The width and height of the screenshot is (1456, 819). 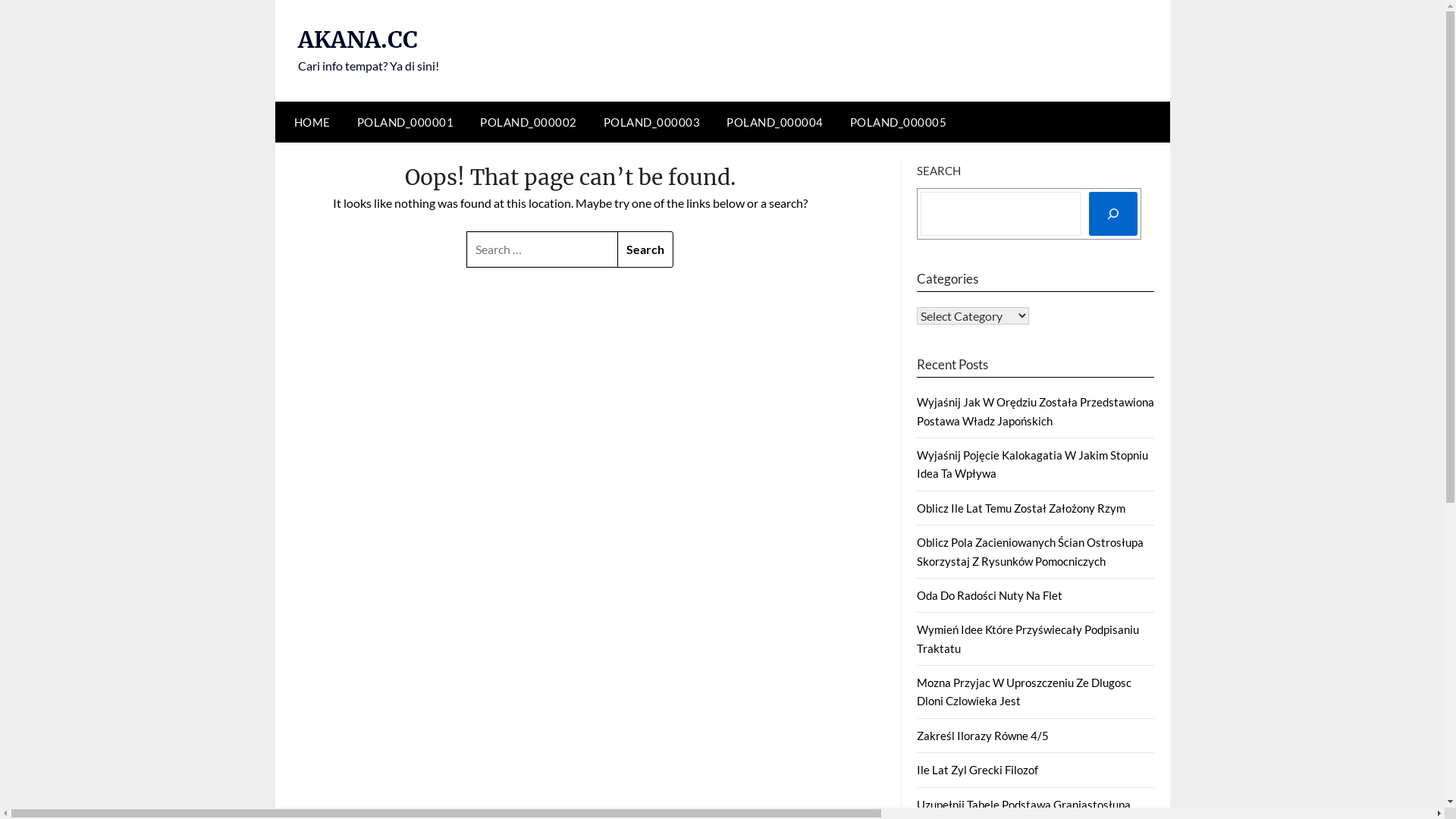 I want to click on 'AKANA.CC', so click(x=356, y=38).